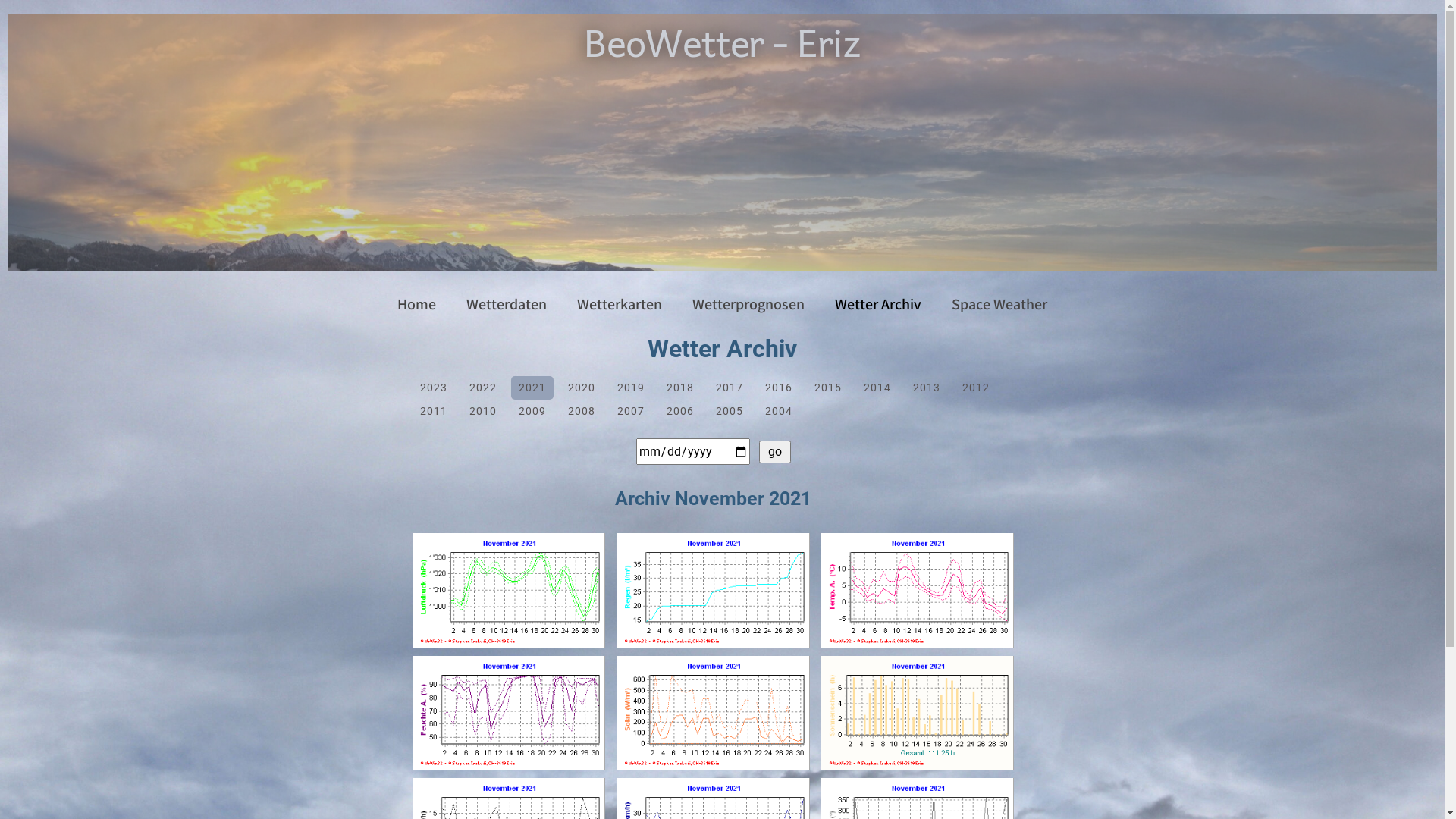  I want to click on '2004', so click(757, 411).